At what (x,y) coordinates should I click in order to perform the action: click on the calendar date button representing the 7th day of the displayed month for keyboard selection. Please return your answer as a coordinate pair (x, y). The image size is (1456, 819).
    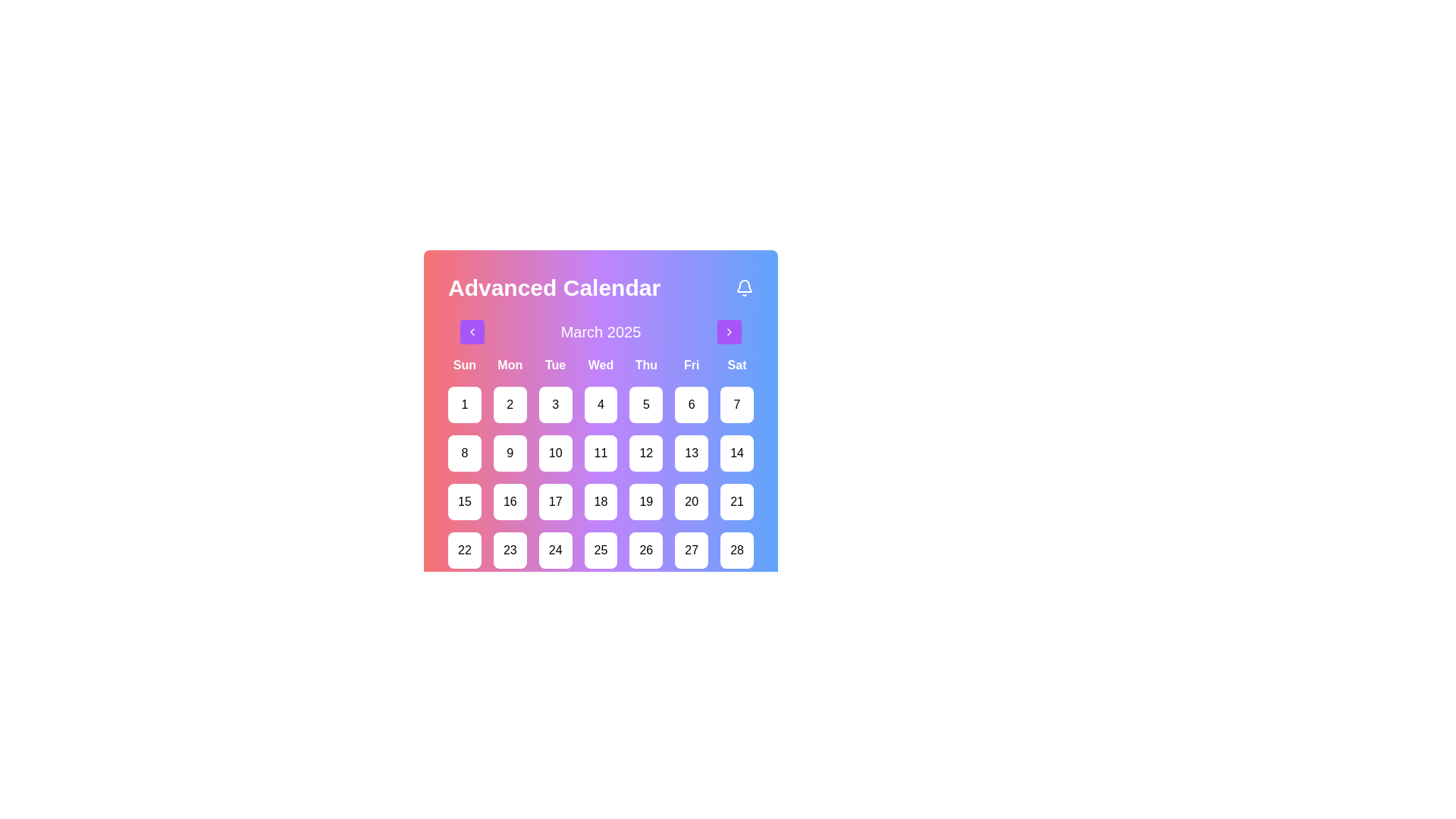
    Looking at the image, I should click on (737, 403).